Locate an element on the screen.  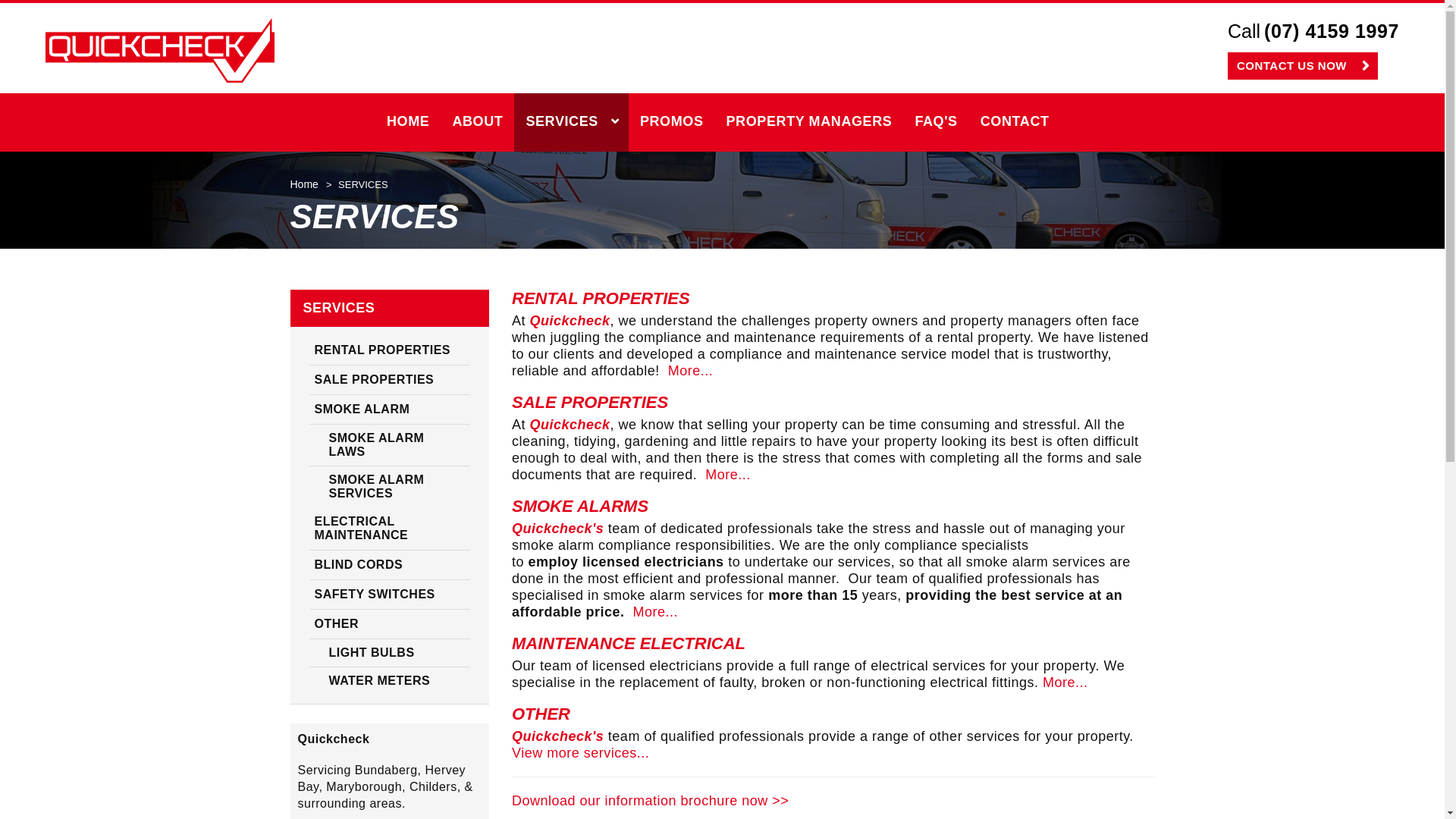
'ABOUT' is located at coordinates (476, 121).